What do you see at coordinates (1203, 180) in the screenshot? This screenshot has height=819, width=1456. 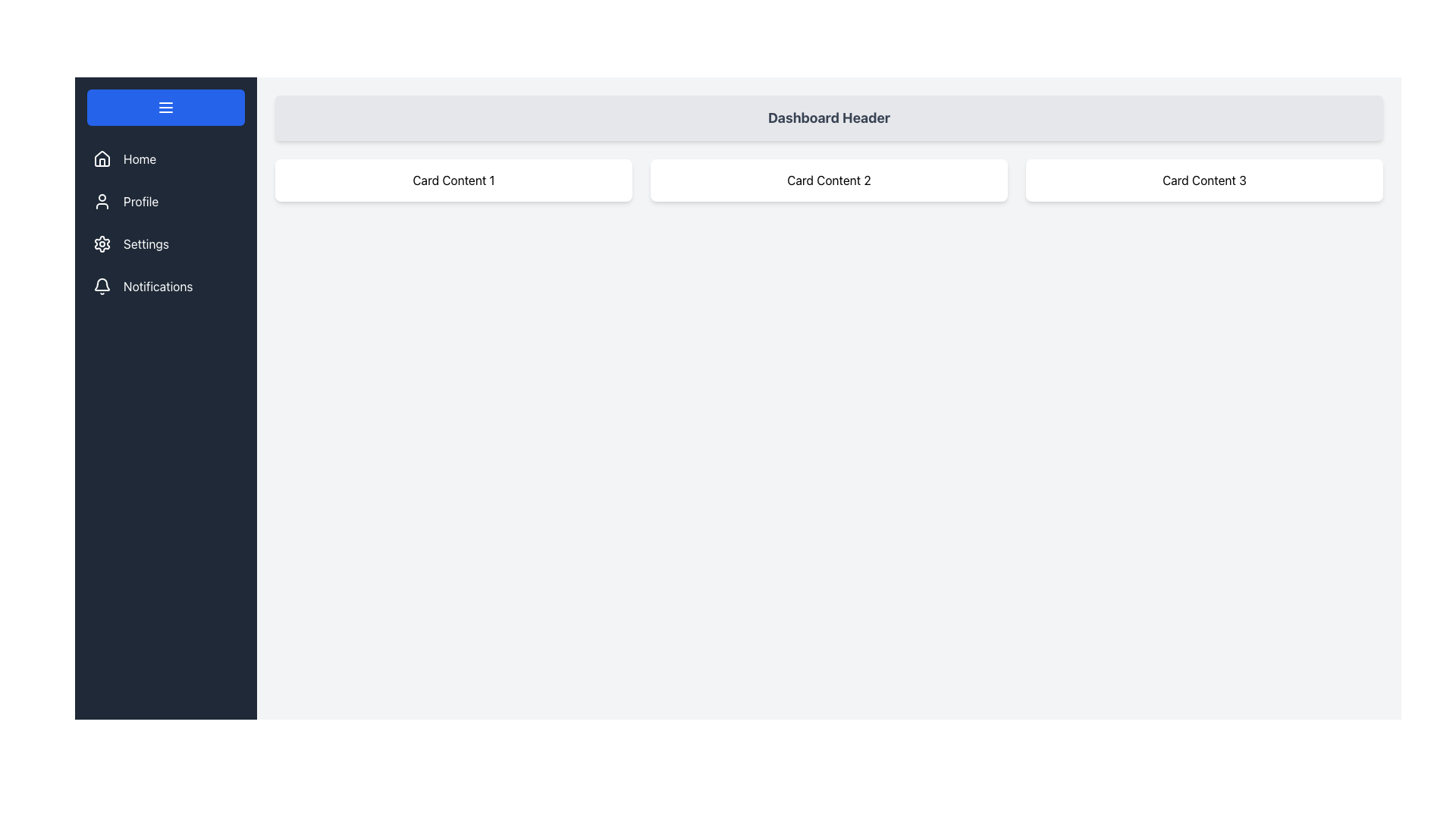 I see `content displayed on the informational card labeled 'Card Content 3', which is located in the top-right part of the interface under the 'Dashboard Header'` at bounding box center [1203, 180].